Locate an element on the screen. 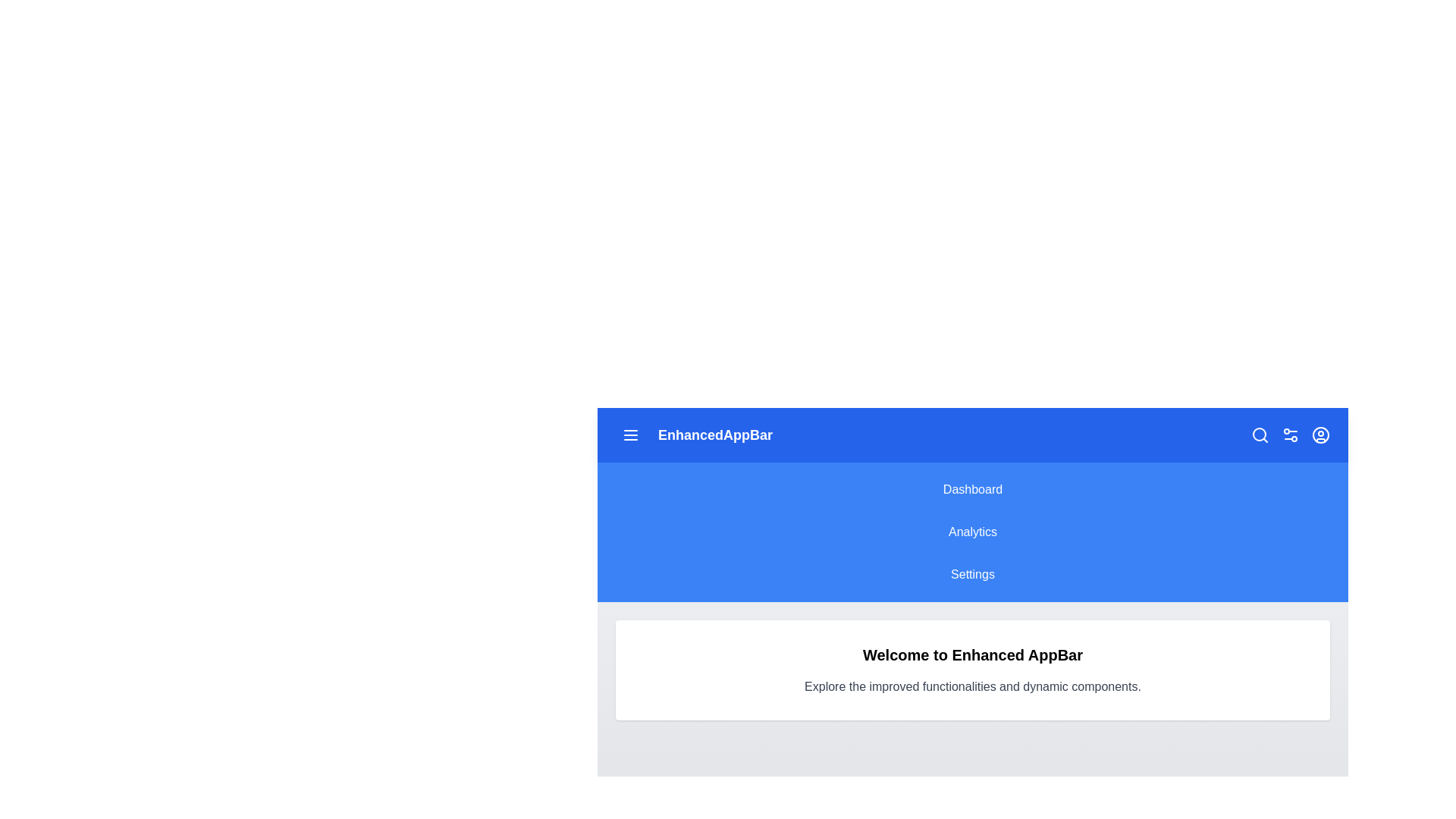 The image size is (1456, 819). the menu item Settings to observe its hover effect is located at coordinates (972, 575).